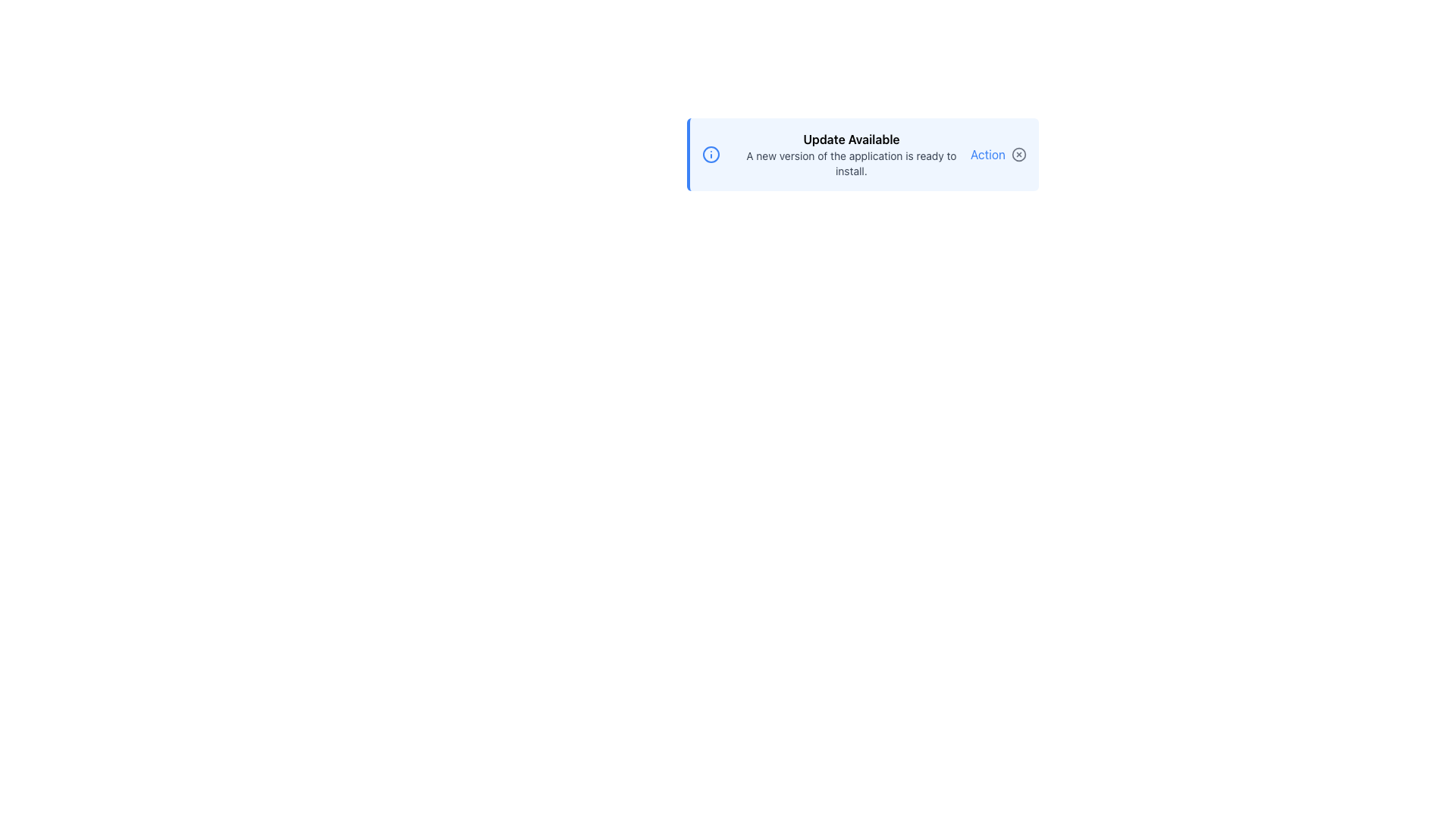  Describe the element at coordinates (1019, 155) in the screenshot. I see `the close icon located on the rightmost side of the notification bar` at that location.